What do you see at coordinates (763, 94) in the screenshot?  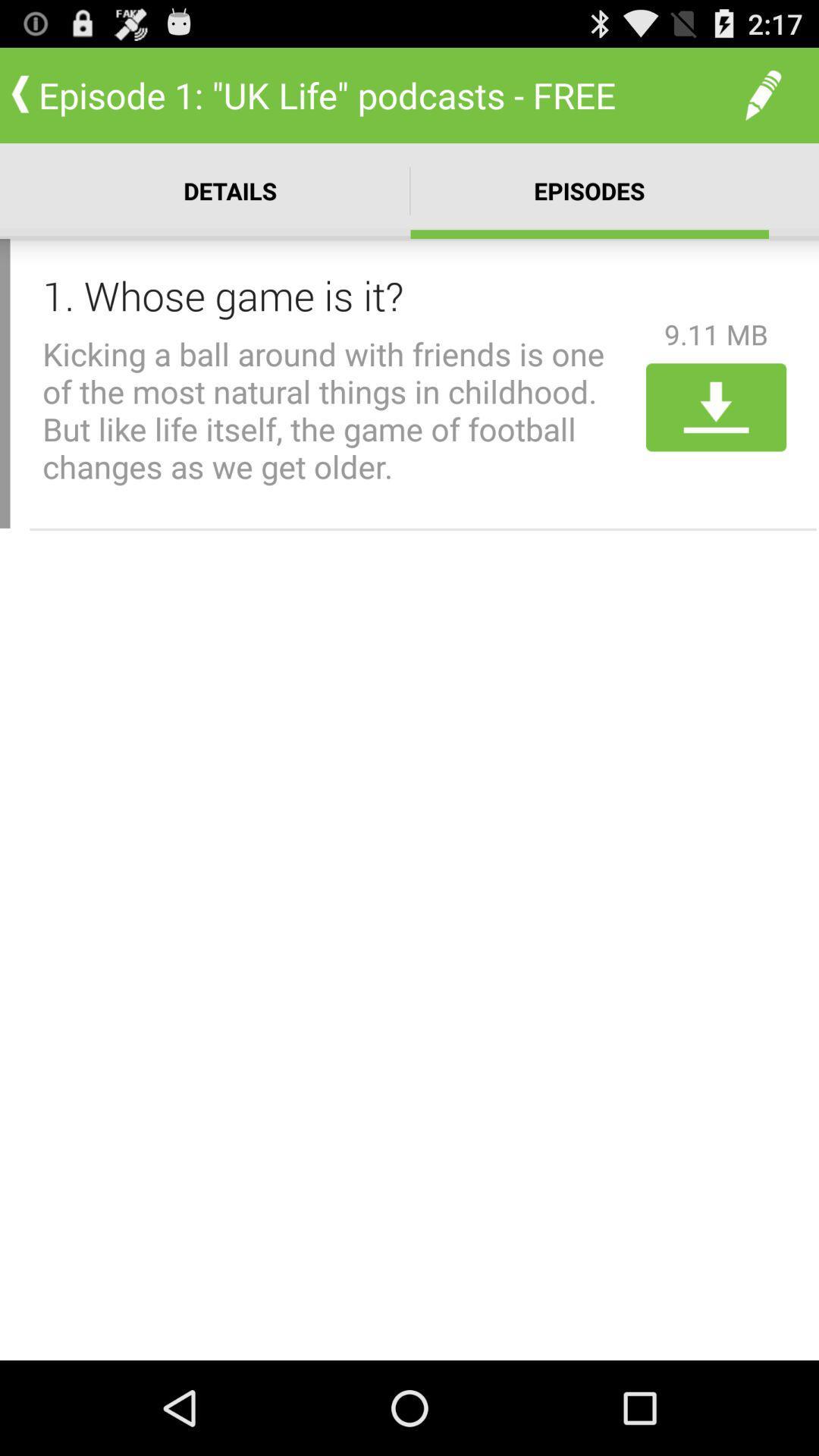 I see `the app next to episode 1 uk app` at bounding box center [763, 94].